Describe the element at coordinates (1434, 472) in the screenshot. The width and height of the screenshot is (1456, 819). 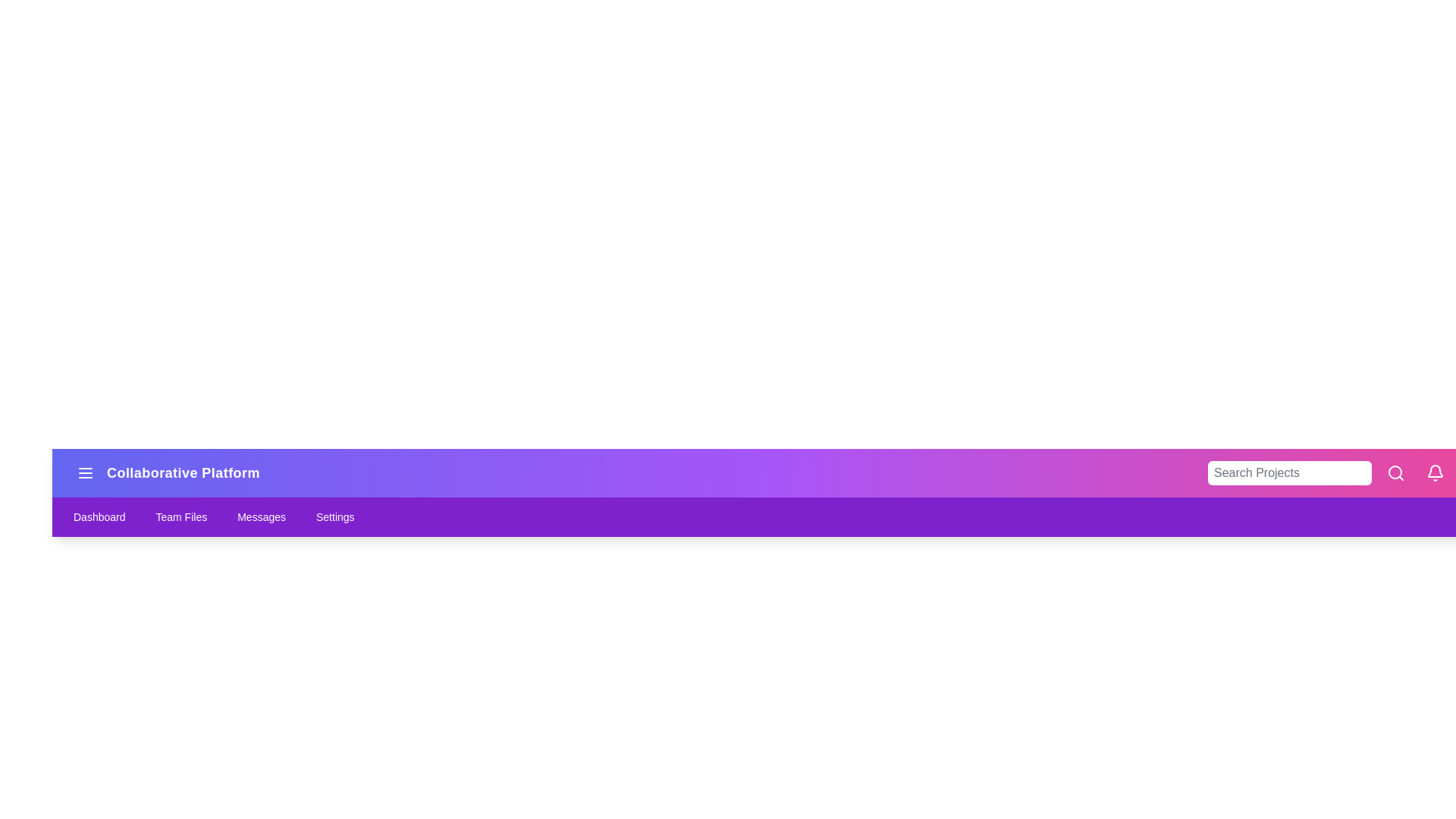
I see `the bell icon located at the right end of the top navigation bar` at that location.